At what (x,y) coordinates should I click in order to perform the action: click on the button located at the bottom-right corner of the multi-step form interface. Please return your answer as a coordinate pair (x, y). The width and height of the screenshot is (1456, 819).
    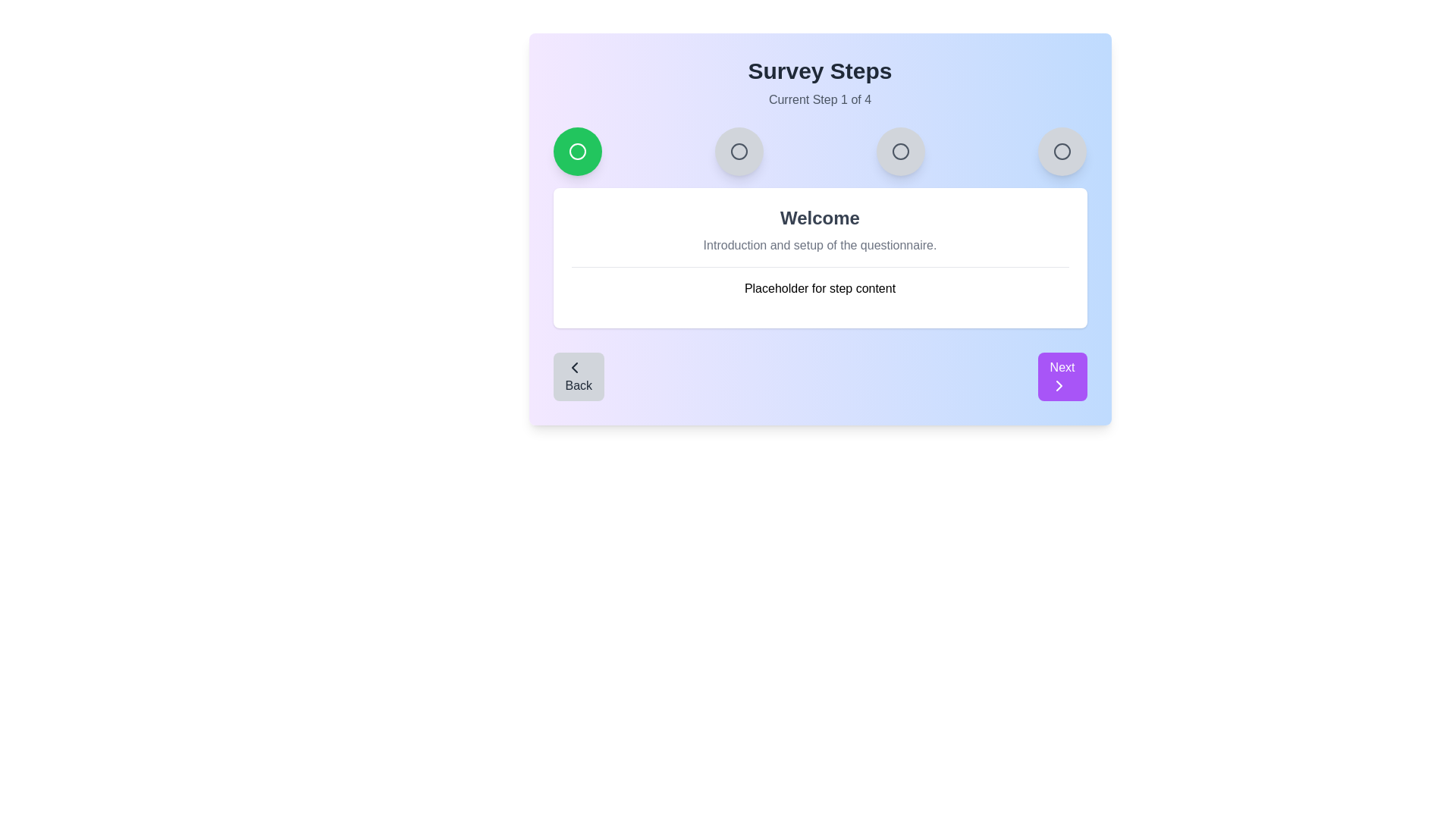
    Looking at the image, I should click on (1062, 376).